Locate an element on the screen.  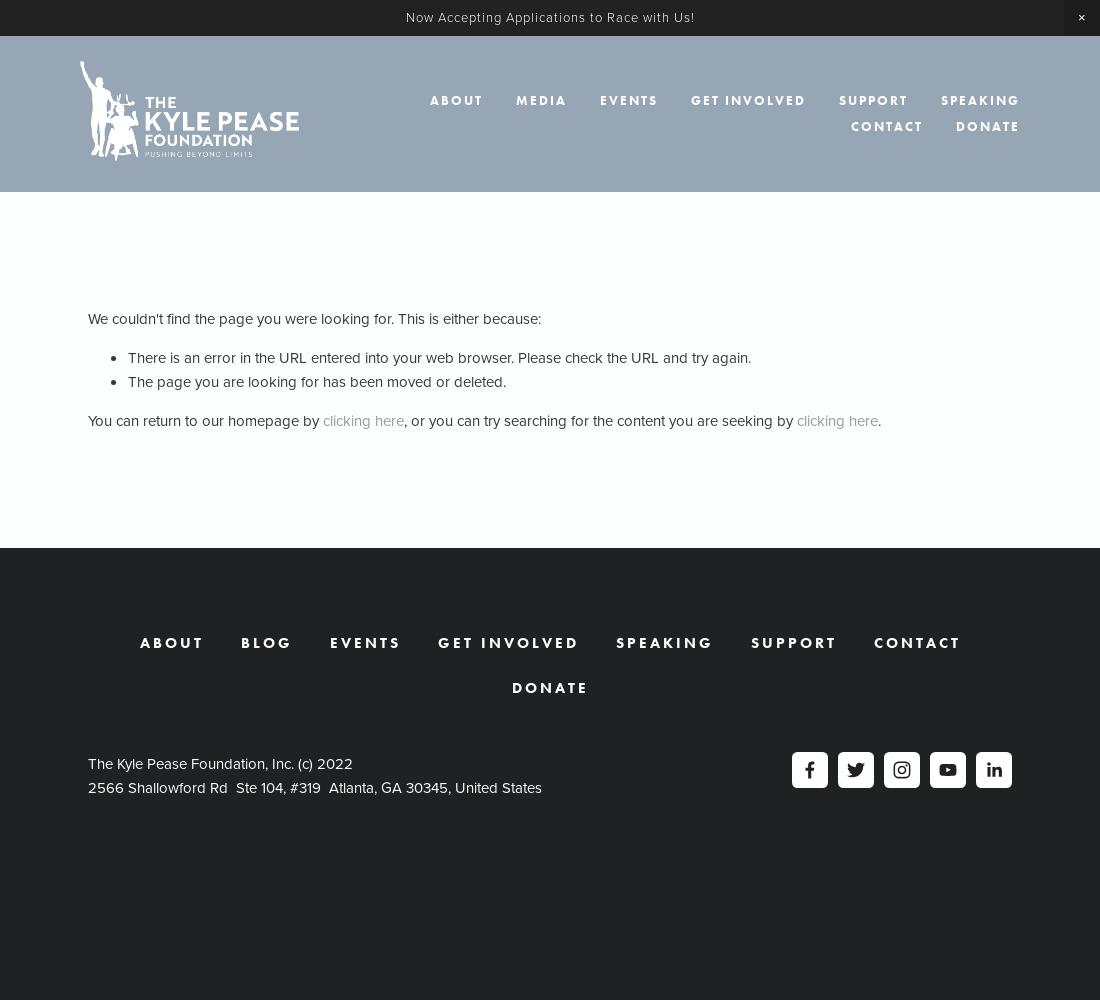
'The page you are looking for has been moved or deleted.' is located at coordinates (316, 382).